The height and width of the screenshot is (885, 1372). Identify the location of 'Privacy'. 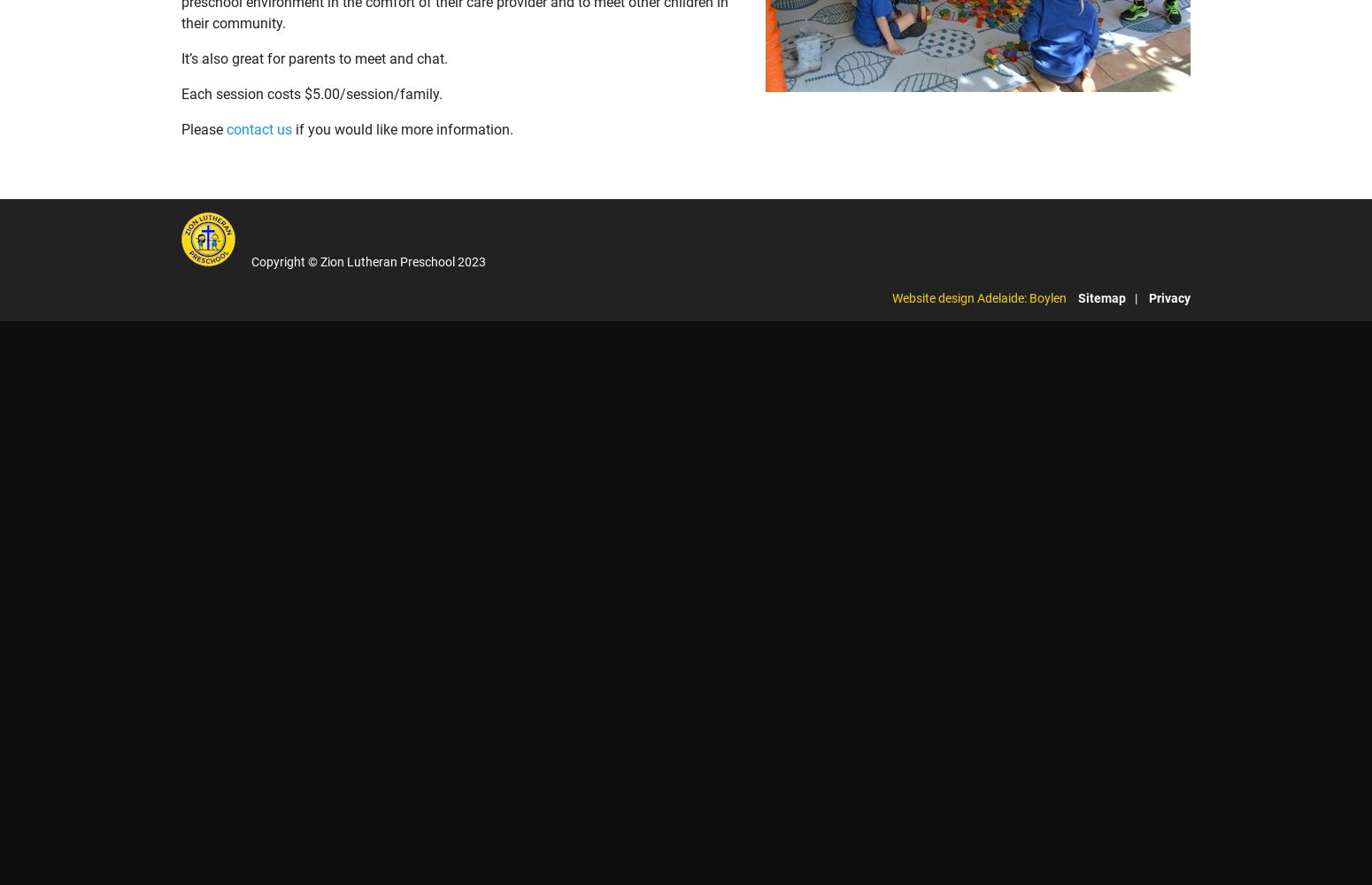
(1169, 296).